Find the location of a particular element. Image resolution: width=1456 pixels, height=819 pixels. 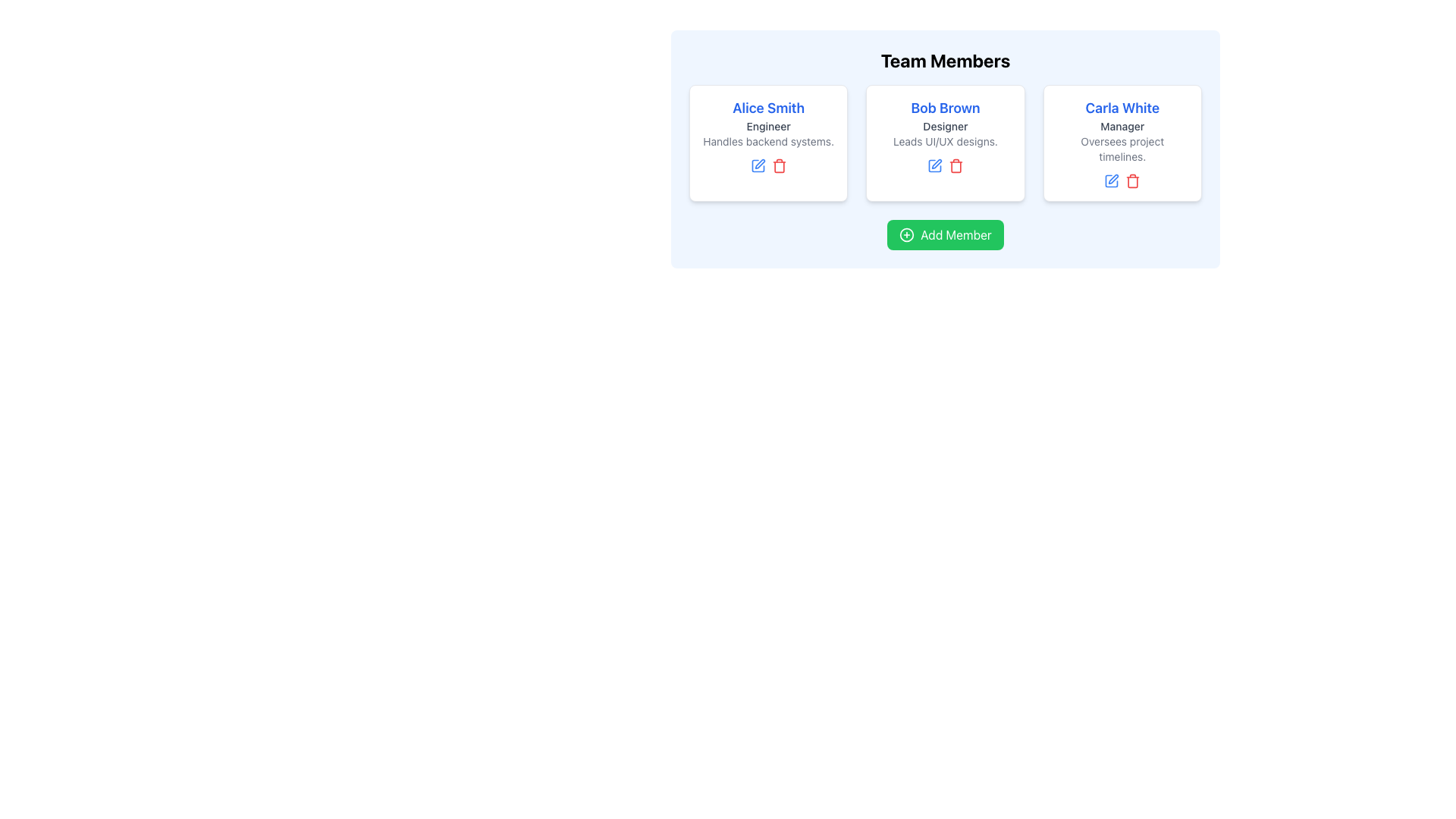

the Profile Card for 'Carla White' which contains the name in bold blue text, title in gray, and a description below it, located at the far right of the row in the team members grid is located at coordinates (1122, 143).